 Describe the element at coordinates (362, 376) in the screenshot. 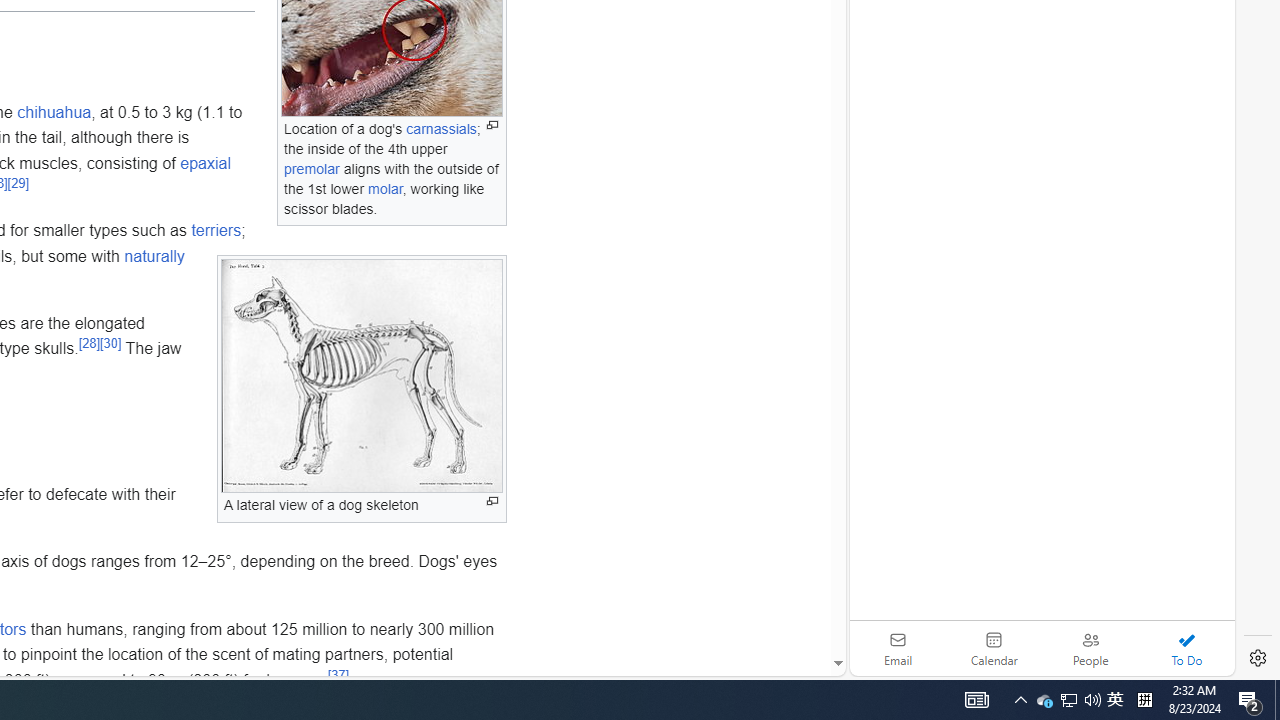

I see `'Class: mw-file-element'` at that location.